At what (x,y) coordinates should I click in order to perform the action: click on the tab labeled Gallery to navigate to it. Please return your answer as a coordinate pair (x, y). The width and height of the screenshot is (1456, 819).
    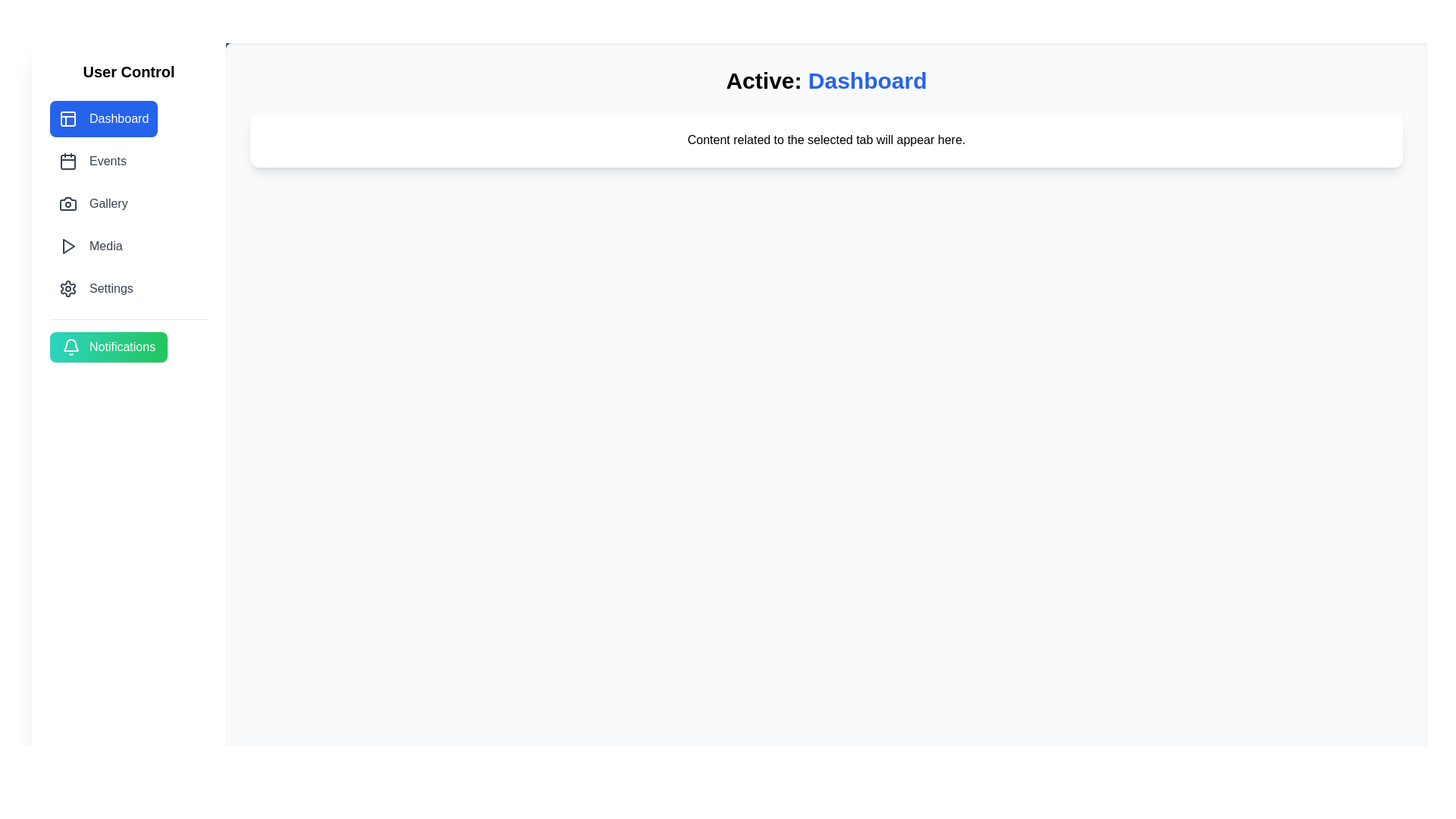
    Looking at the image, I should click on (93, 203).